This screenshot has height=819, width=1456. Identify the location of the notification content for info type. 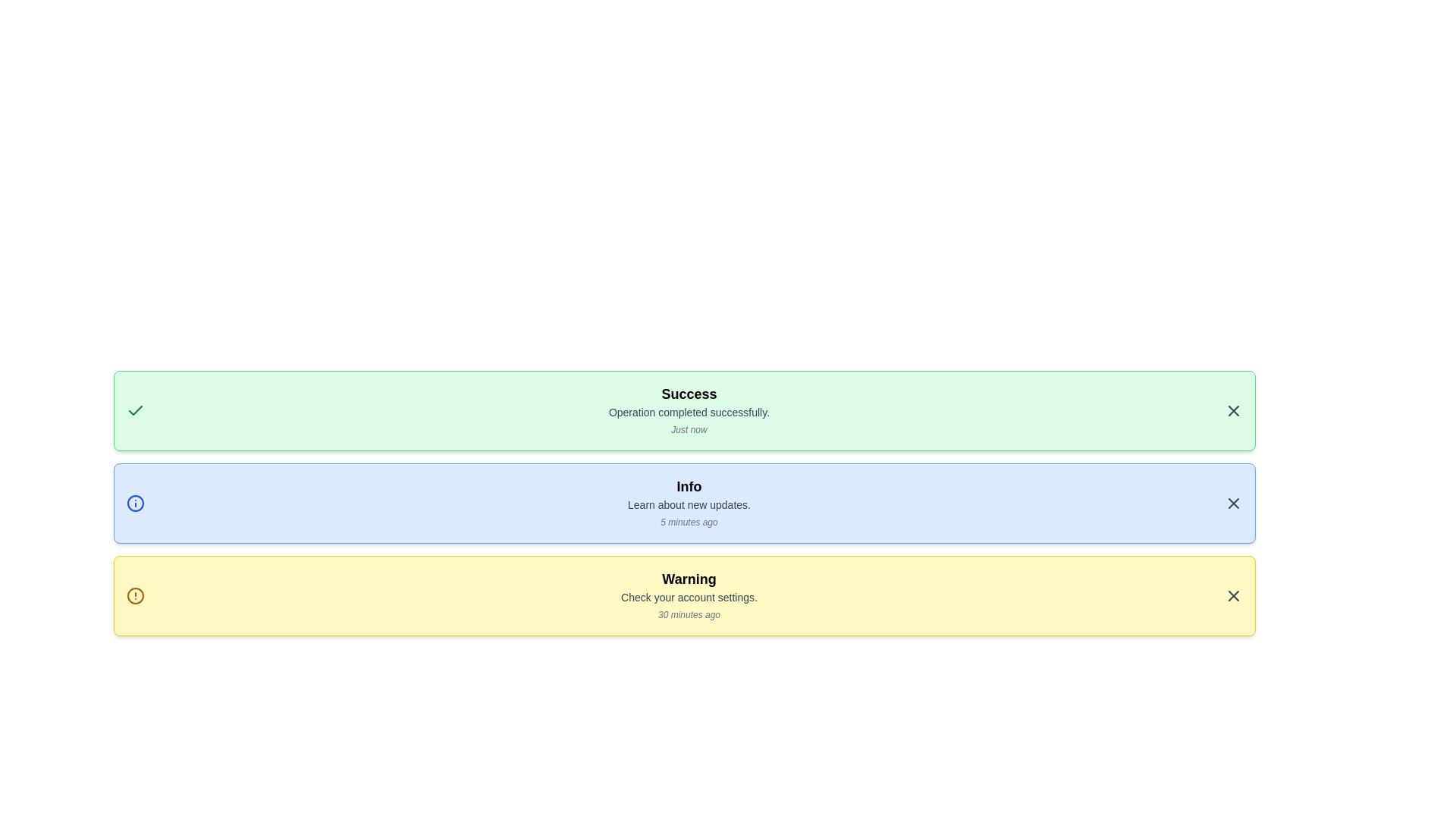
(683, 503).